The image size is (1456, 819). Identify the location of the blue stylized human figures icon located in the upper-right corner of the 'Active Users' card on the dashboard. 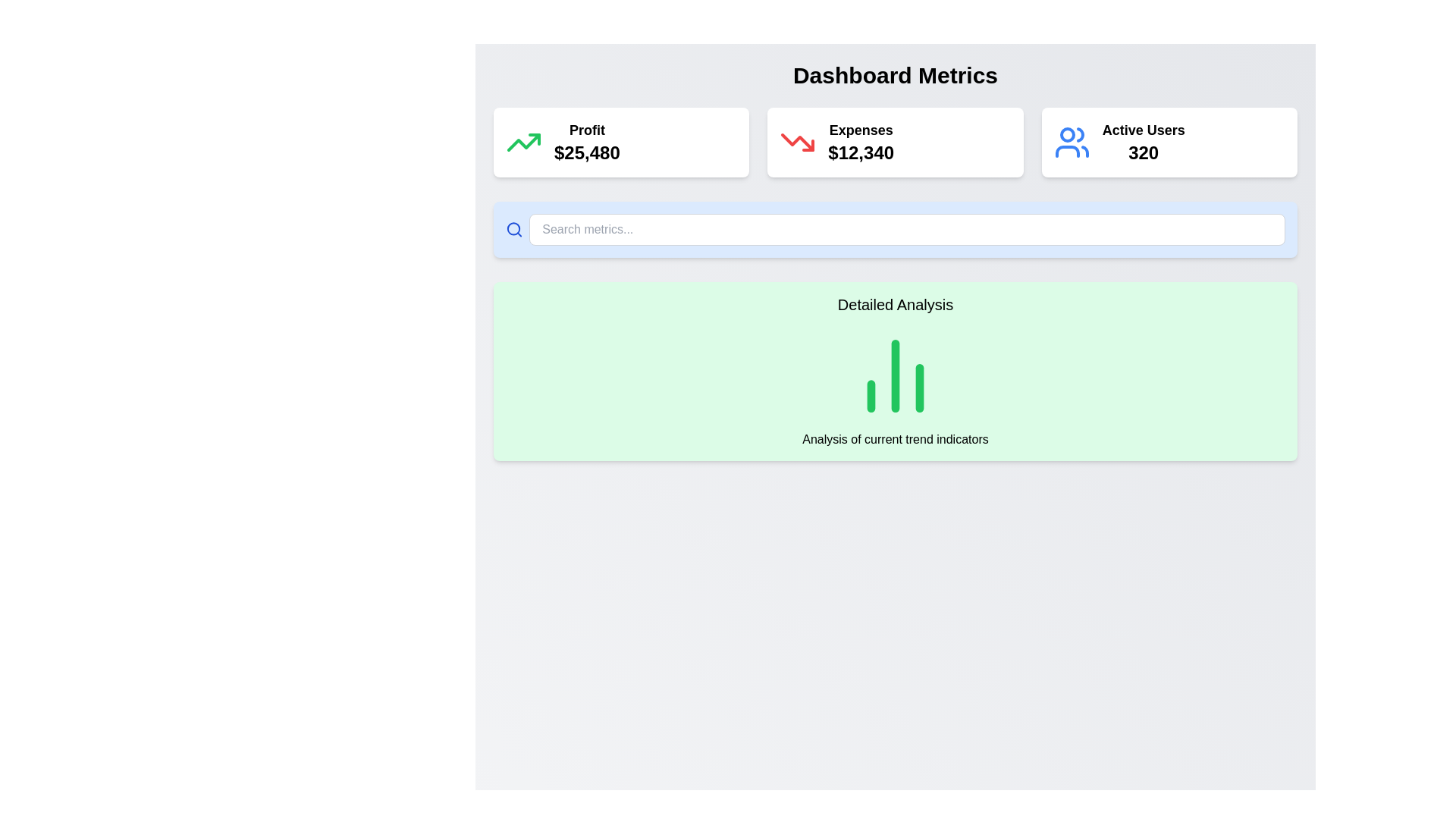
(1071, 143).